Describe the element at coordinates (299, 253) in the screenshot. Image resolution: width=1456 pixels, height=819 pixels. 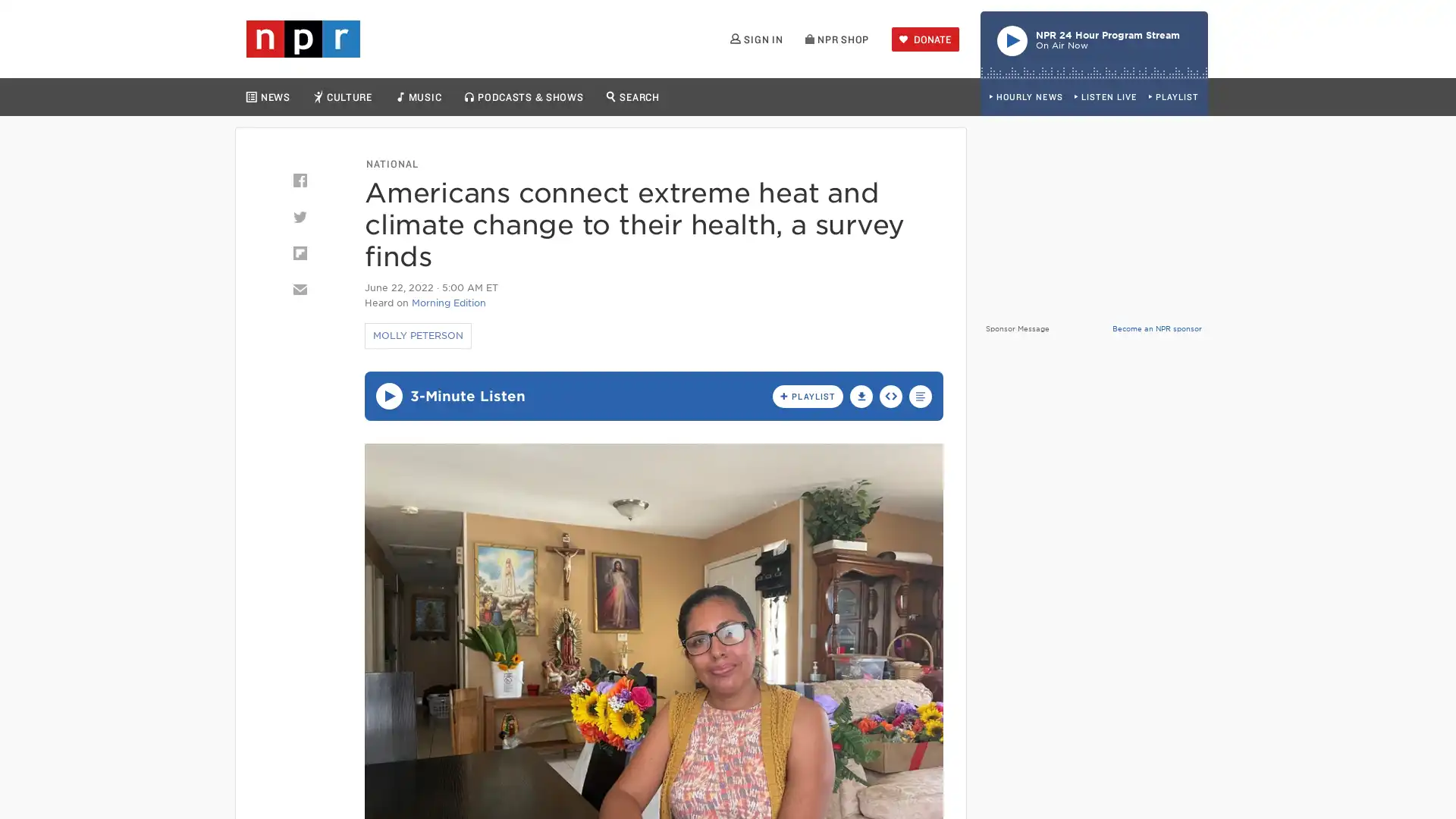
I see `Flipboard` at that location.